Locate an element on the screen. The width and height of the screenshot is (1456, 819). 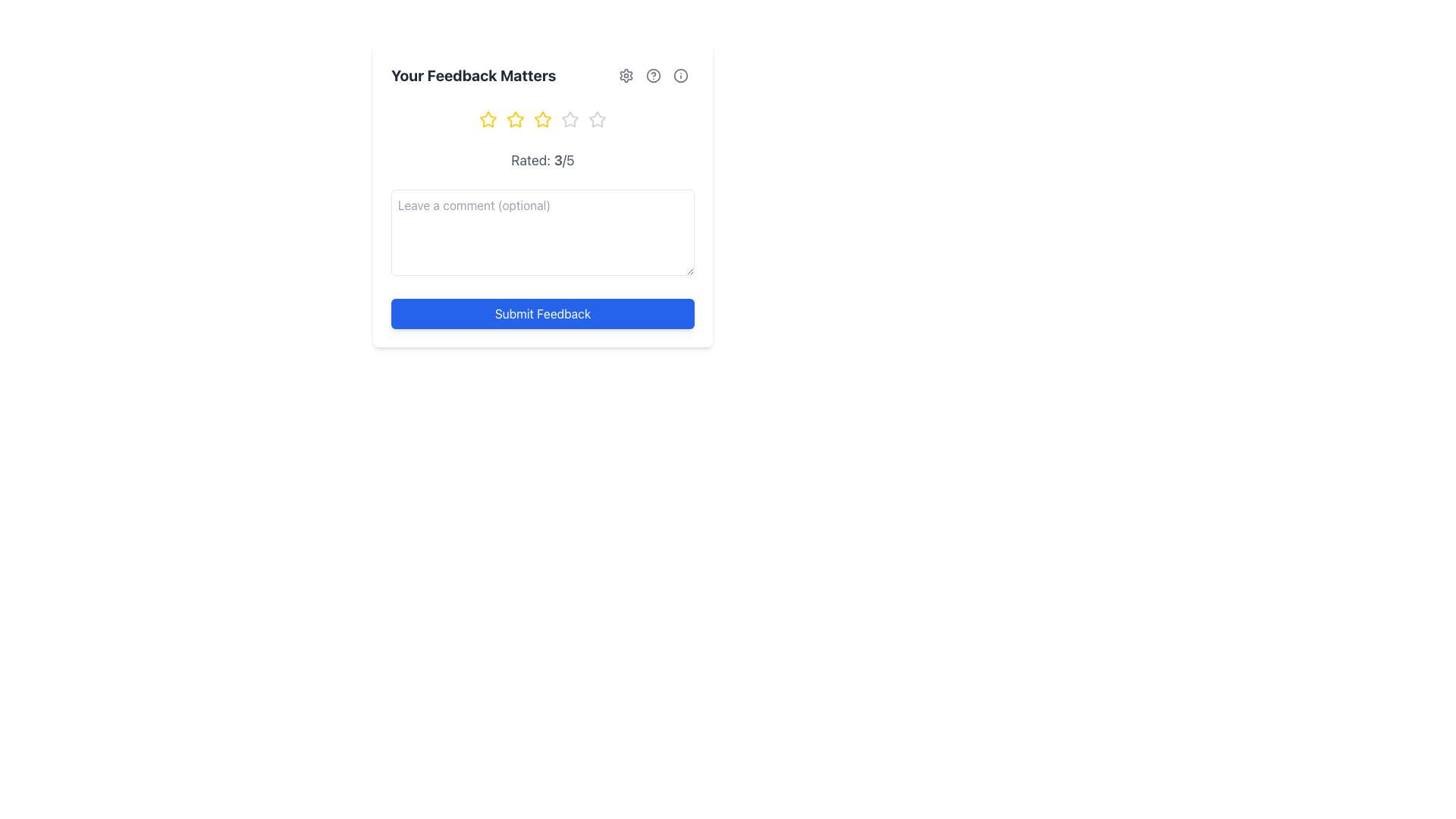
the settings icon located at the top-right of the feedback interface is located at coordinates (626, 76).